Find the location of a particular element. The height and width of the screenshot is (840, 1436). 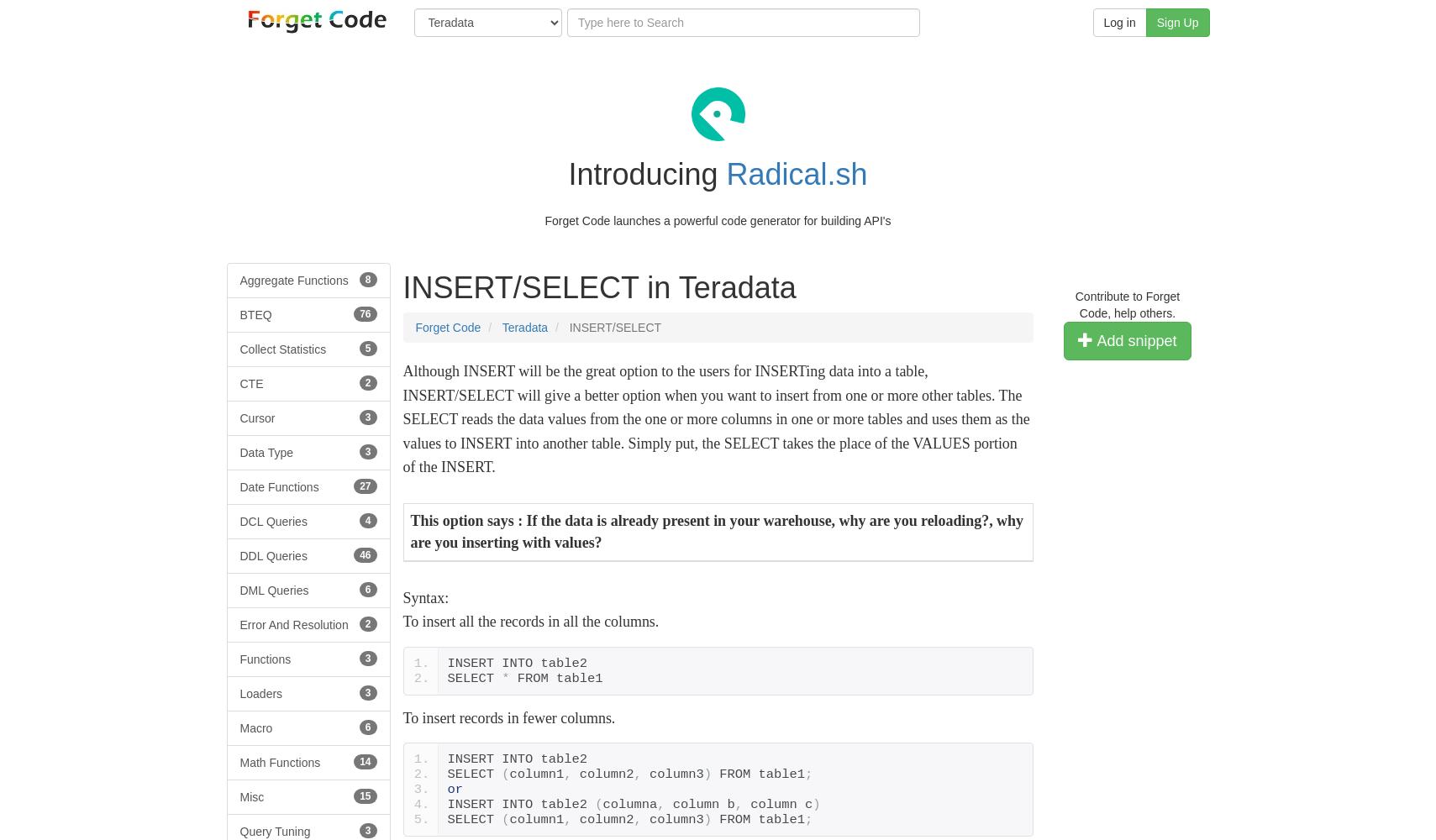

'4' is located at coordinates (366, 519).